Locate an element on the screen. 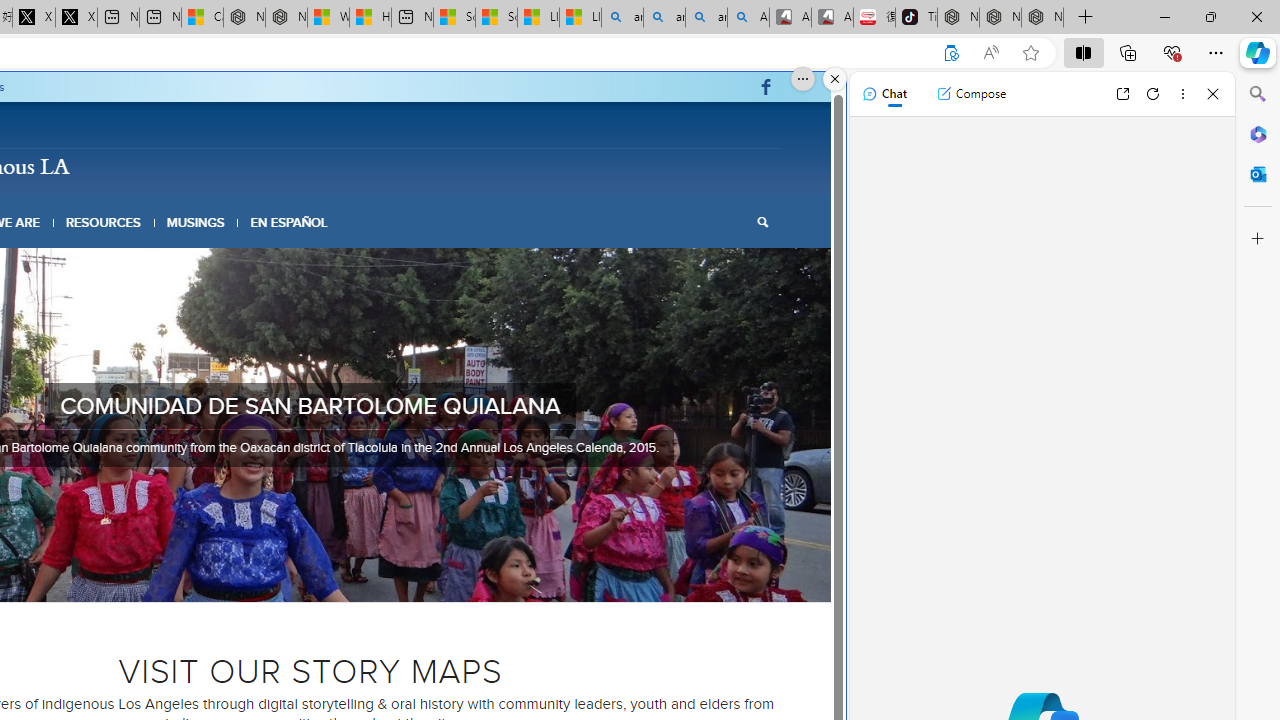 The height and width of the screenshot is (720, 1280). 'Link to Facebook' is located at coordinates (765, 86).